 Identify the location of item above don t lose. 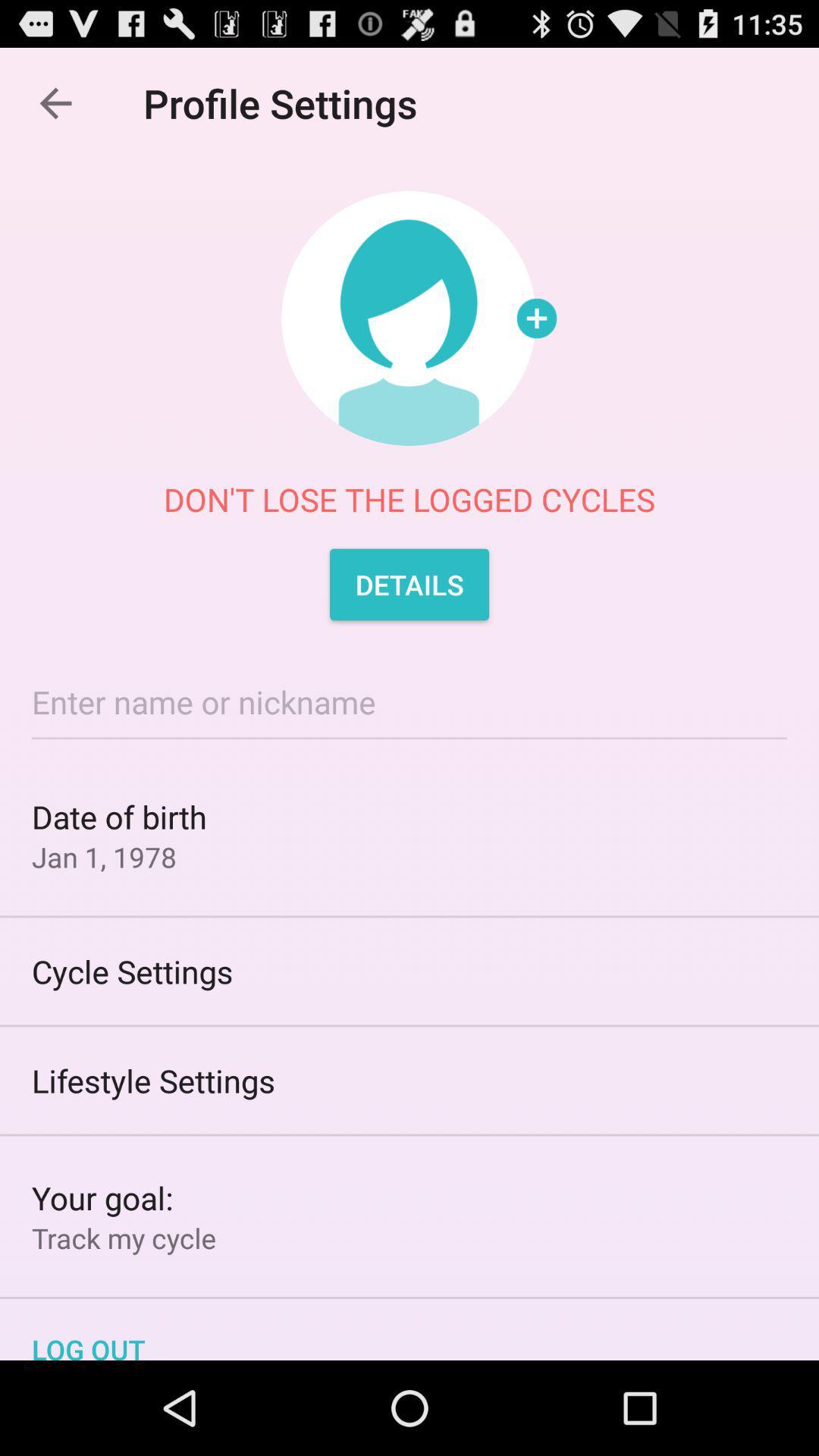
(55, 102).